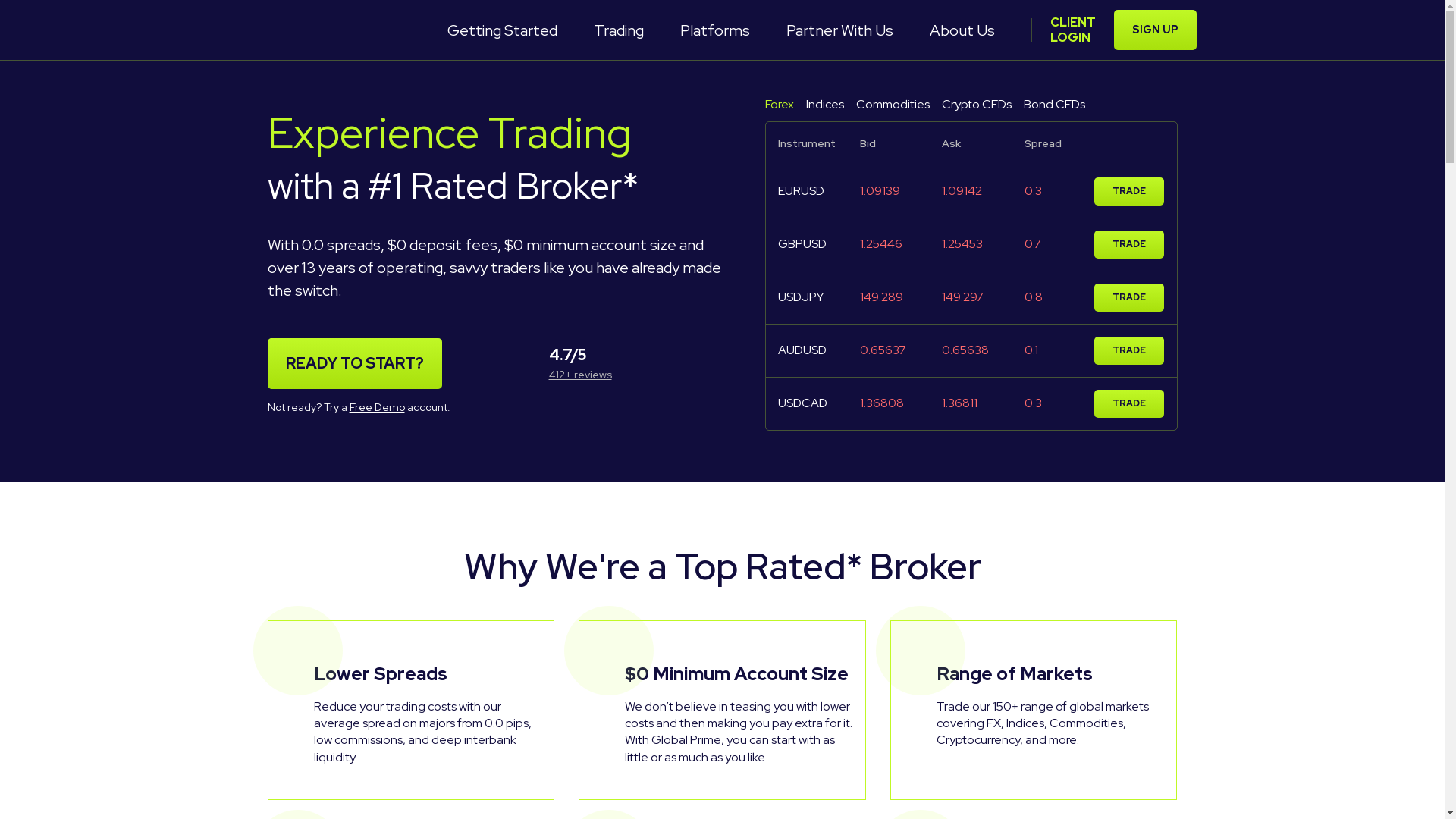 The image size is (1456, 819). Describe the element at coordinates (1153, 30) in the screenshot. I see `'SIGN UP'` at that location.